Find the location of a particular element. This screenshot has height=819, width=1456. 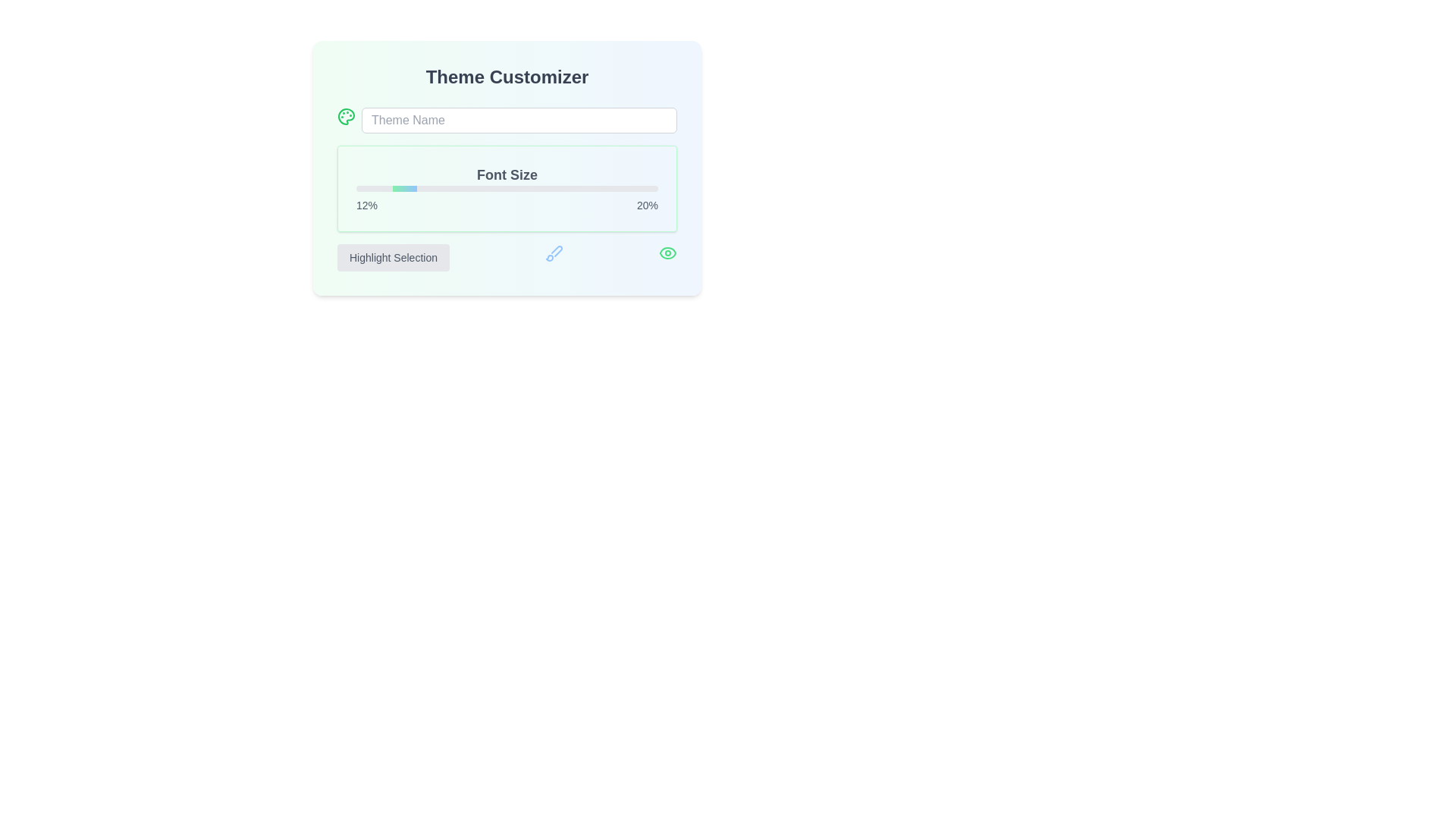

the slider is located at coordinates (551, 188).